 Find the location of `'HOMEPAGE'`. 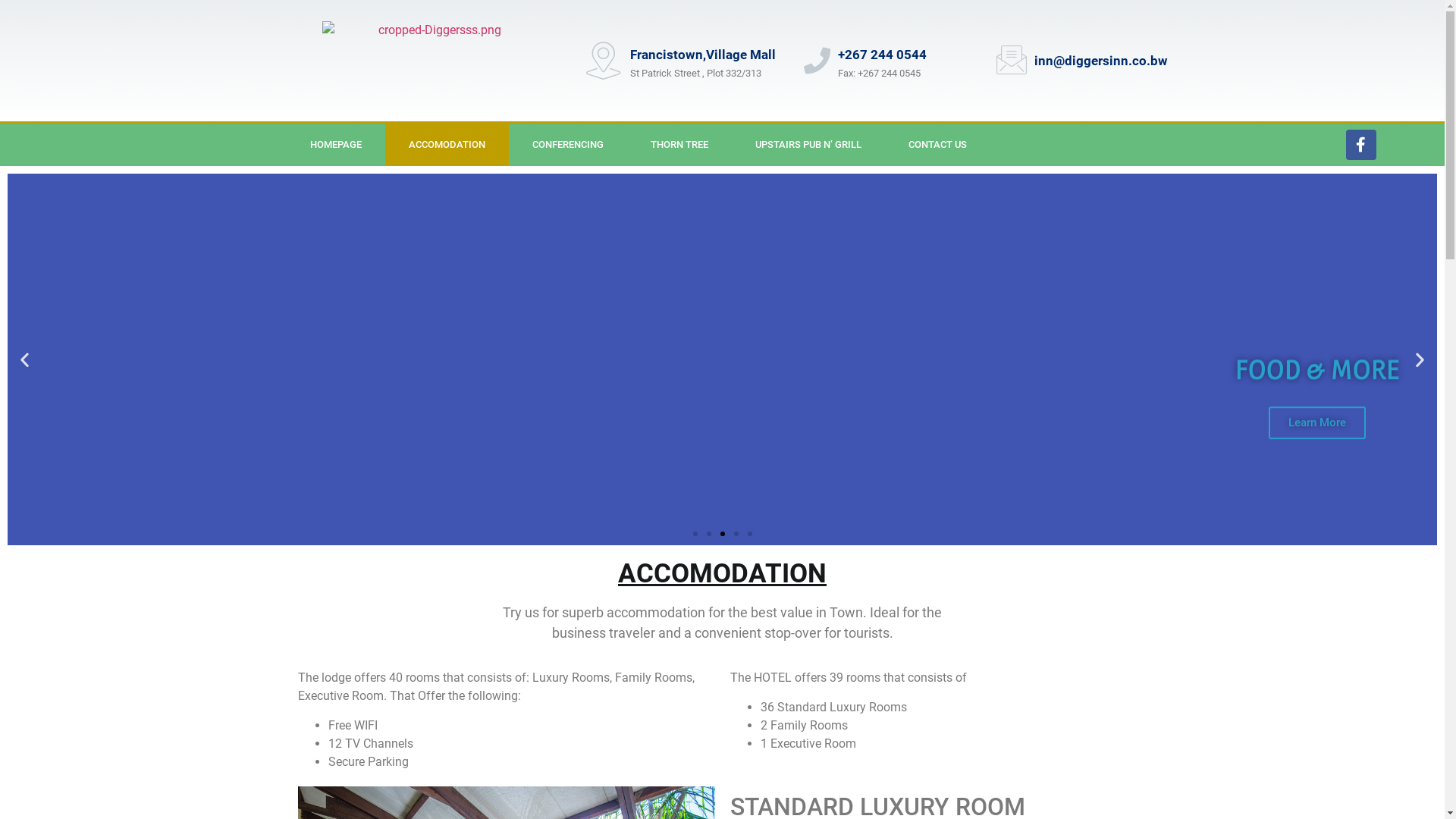

'HOMEPAGE' is located at coordinates (334, 145).